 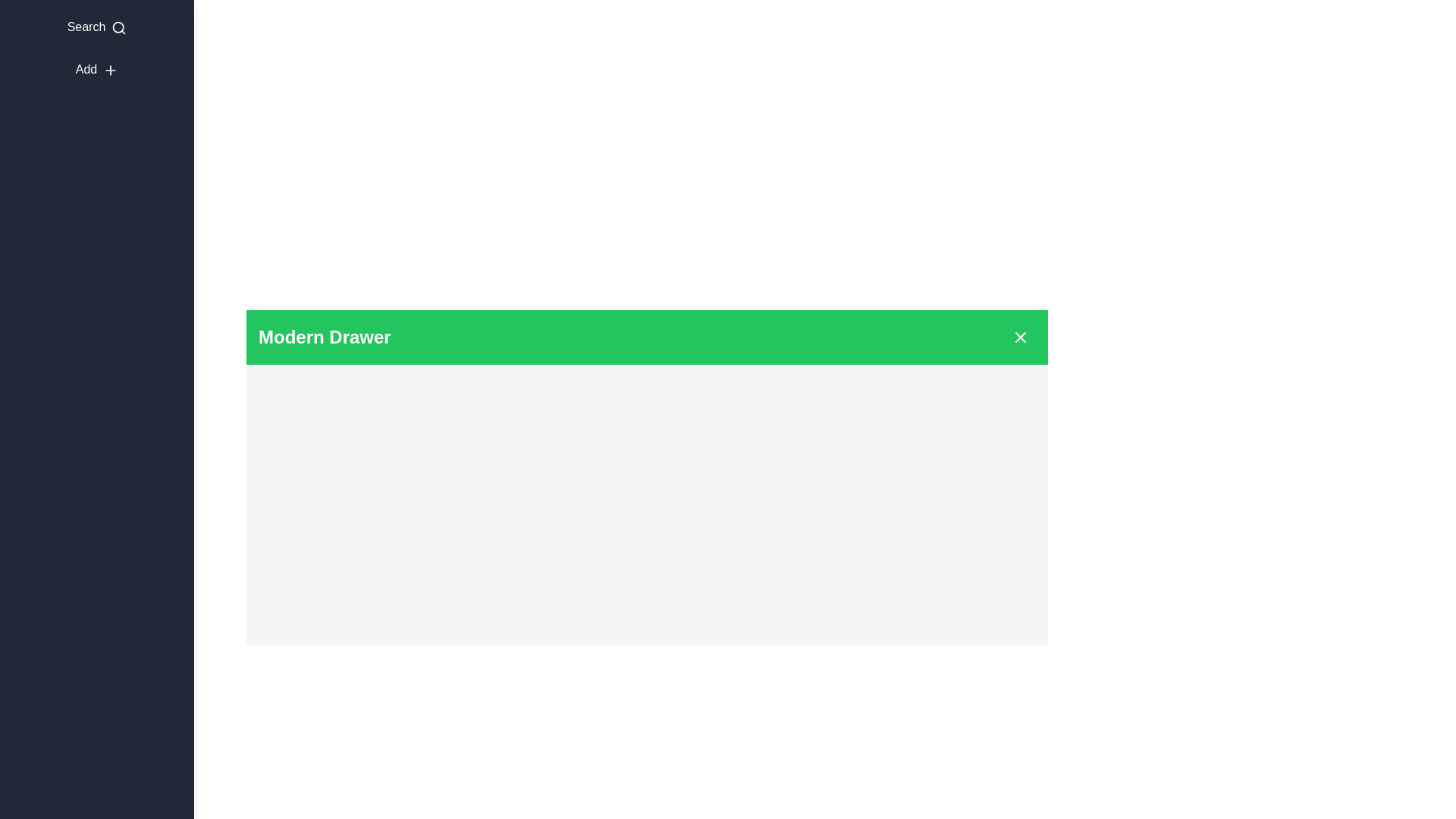 What do you see at coordinates (86, 27) in the screenshot?
I see `the text label that indicates the search functionality, located in the top-left corner of the interface within the vertical navigation bar, positioned to the left of the magnifying glass icon` at bounding box center [86, 27].